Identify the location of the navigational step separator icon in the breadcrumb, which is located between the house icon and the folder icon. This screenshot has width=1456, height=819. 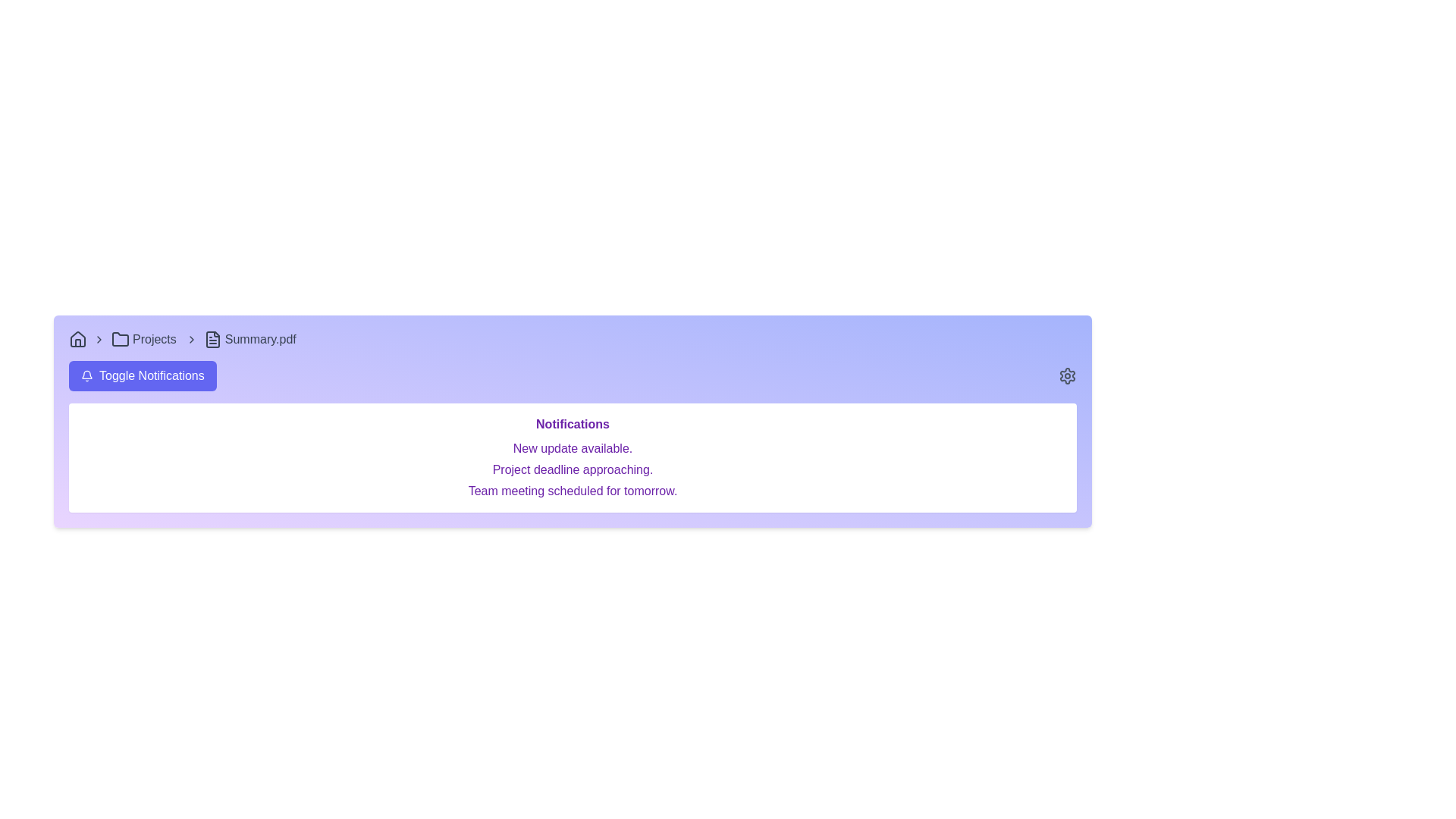
(98, 338).